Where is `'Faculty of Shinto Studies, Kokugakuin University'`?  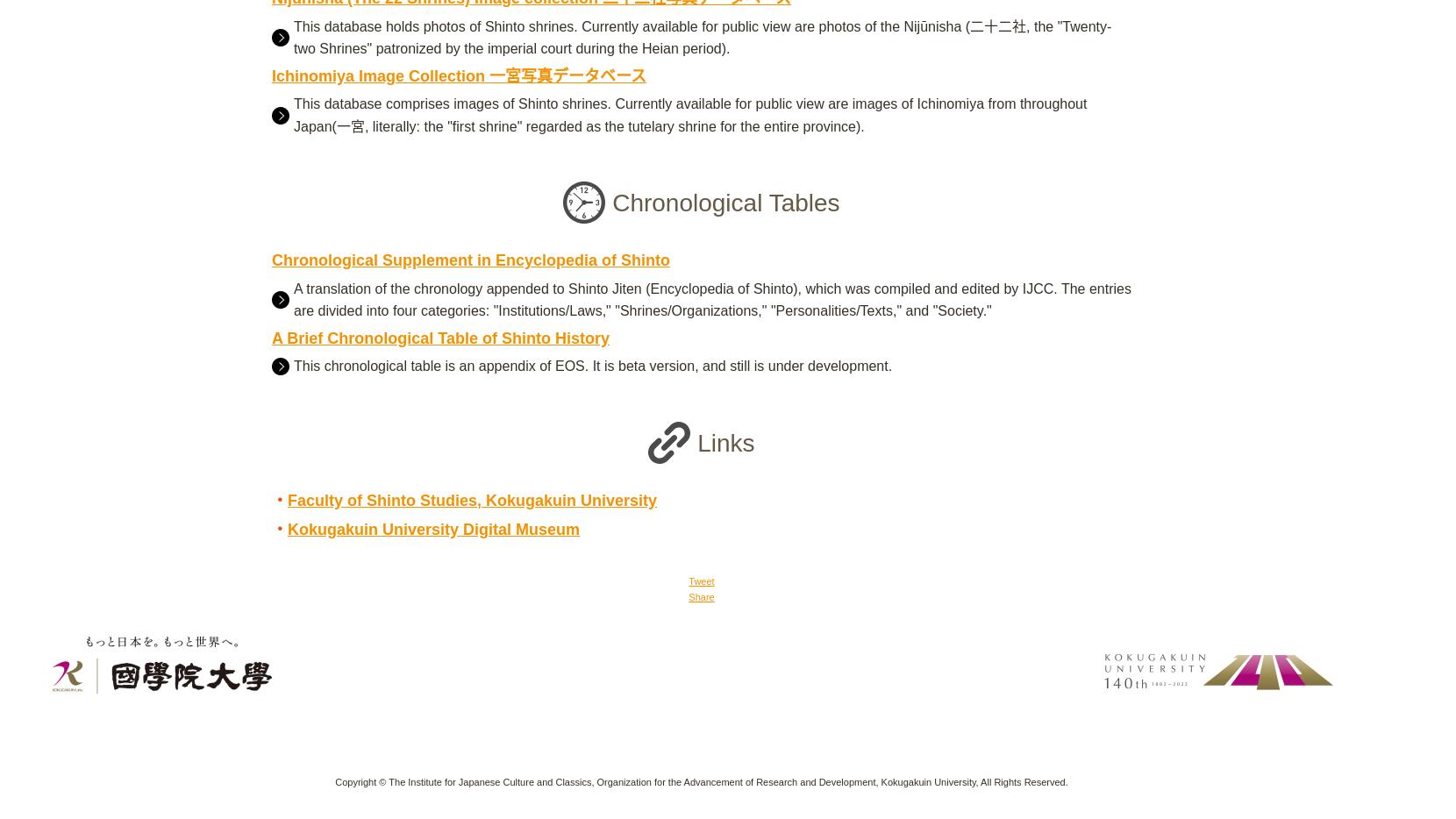
'Faculty of Shinto Studies, Kokugakuin University' is located at coordinates (472, 499).